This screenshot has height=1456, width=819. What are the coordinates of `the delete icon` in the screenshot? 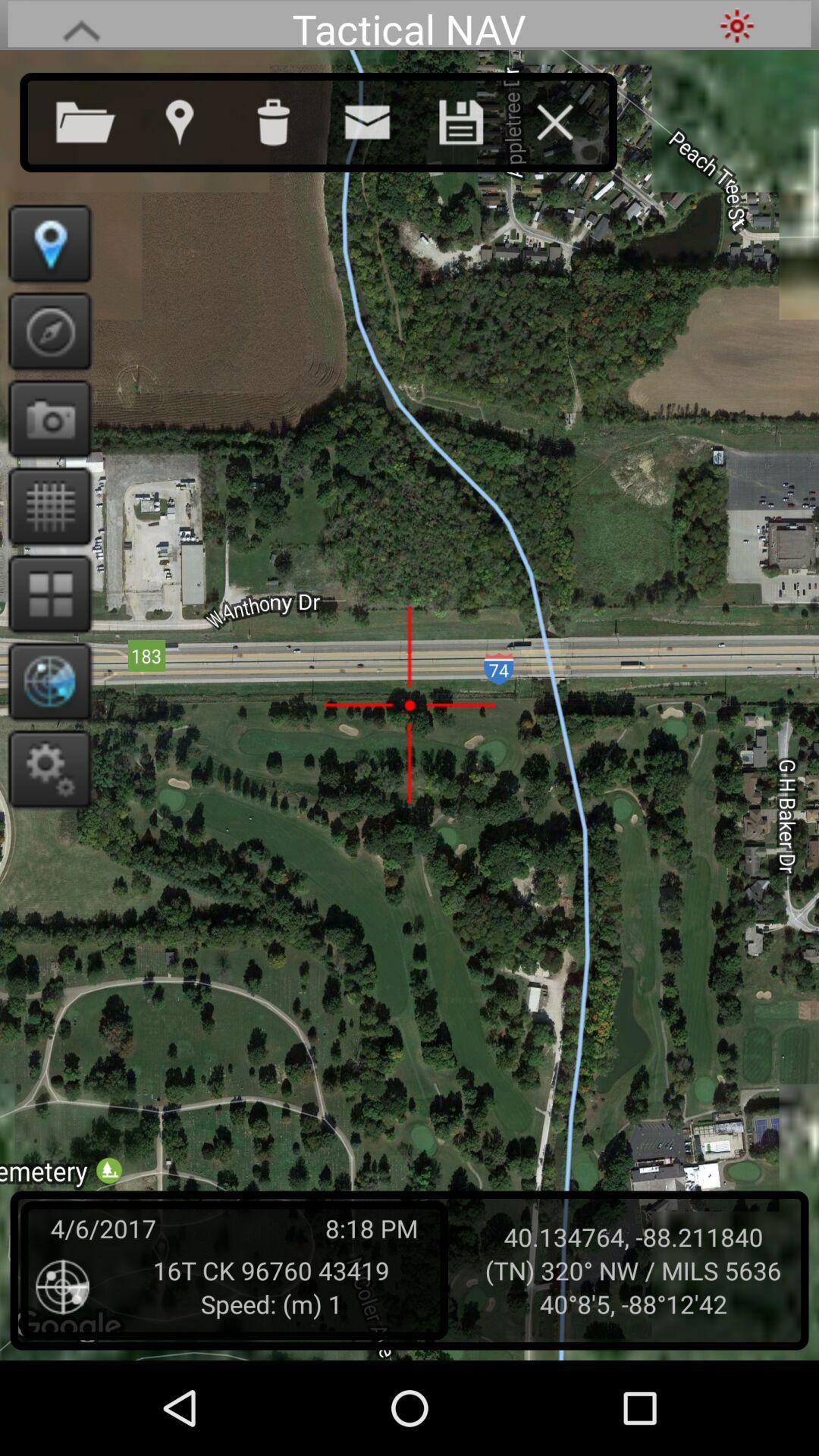 It's located at (288, 127).